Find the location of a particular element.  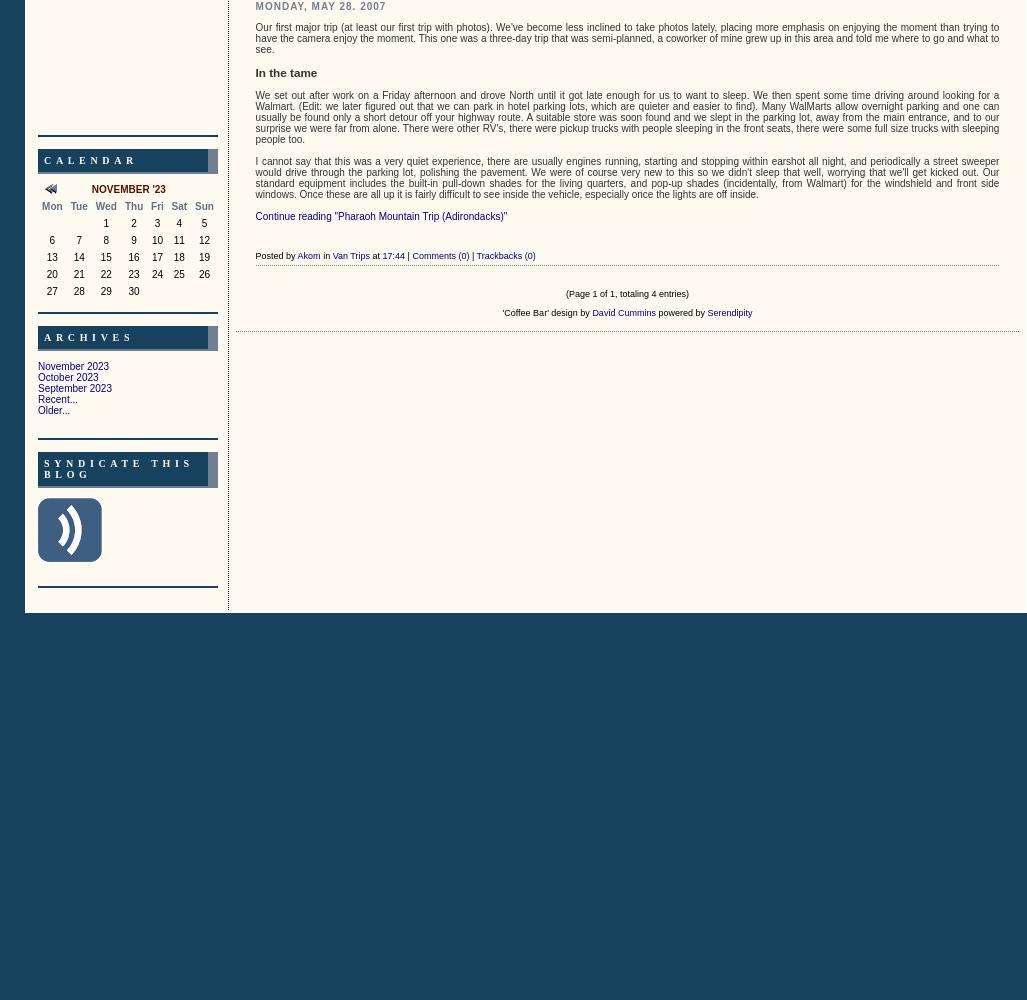

'Sun' is located at coordinates (202, 204).